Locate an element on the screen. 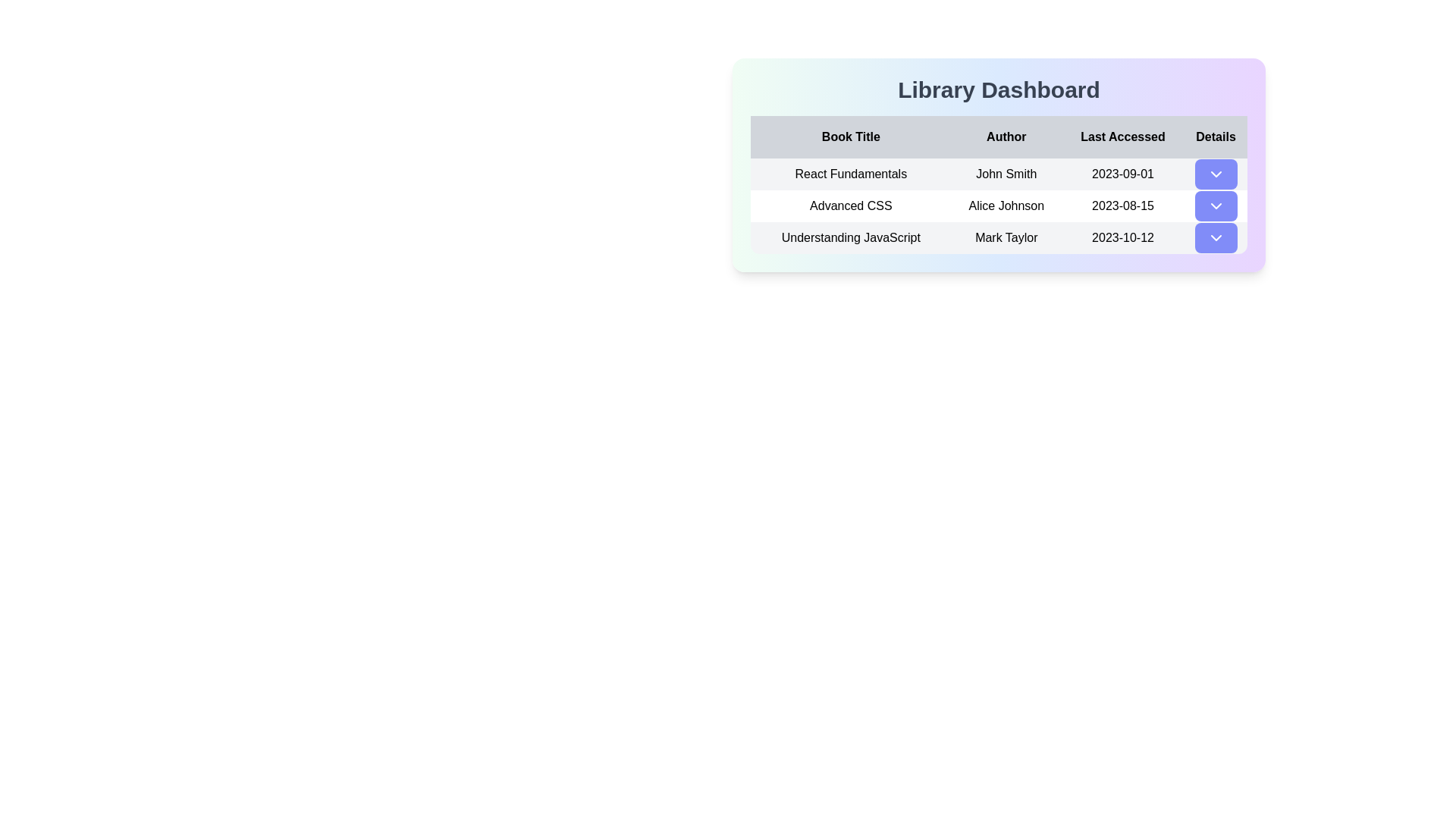 This screenshot has width=1456, height=819. the Text Label displaying the title of a book in the library system, located in the first cell of the third row under the 'Book Title' column, below 'Advanced CSS' is located at coordinates (851, 237).